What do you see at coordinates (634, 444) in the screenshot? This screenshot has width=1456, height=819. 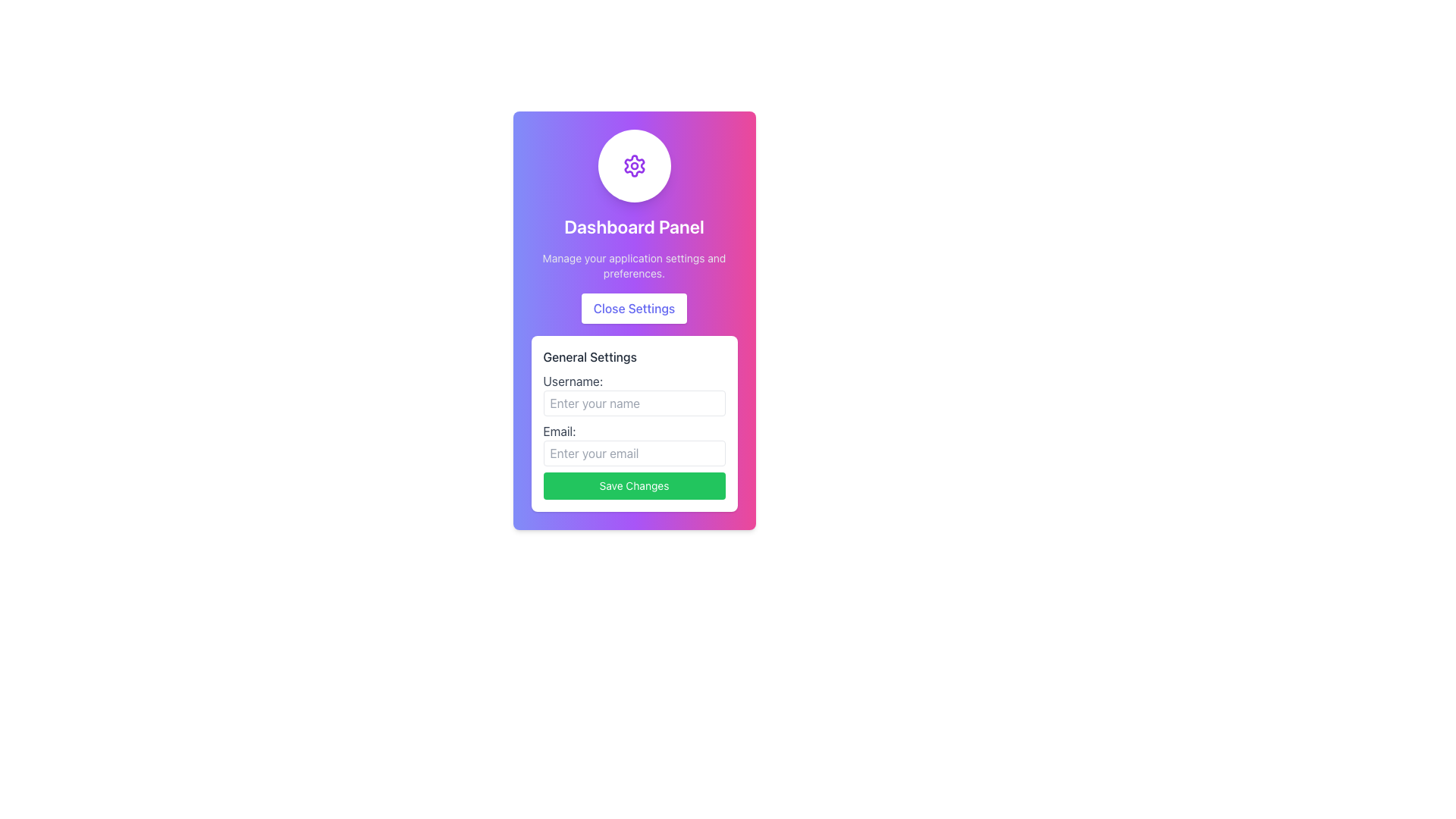 I see `the second label in the 'General Settings' section that indicates the input field for entering an email address` at bounding box center [634, 444].